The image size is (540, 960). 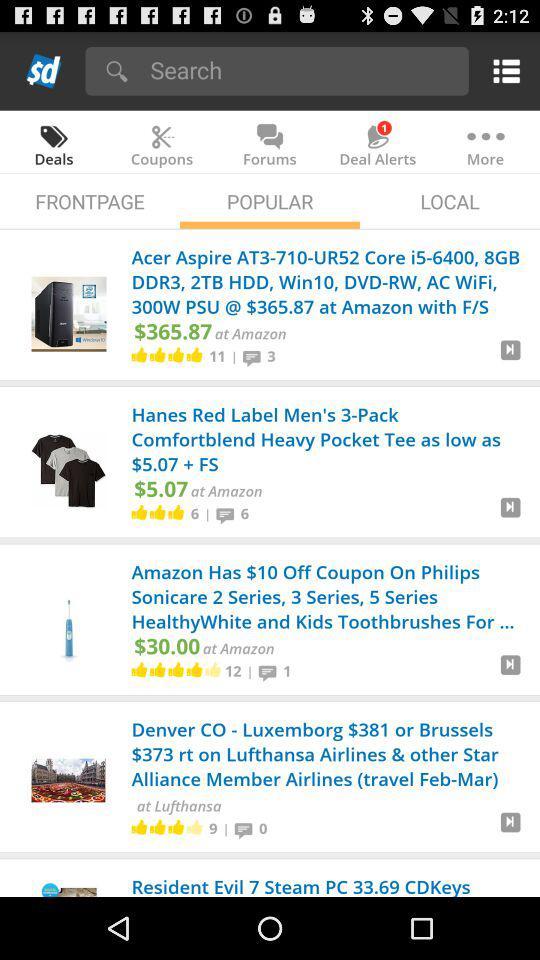 What do you see at coordinates (329, 755) in the screenshot?
I see `denver co luxemborg item` at bounding box center [329, 755].